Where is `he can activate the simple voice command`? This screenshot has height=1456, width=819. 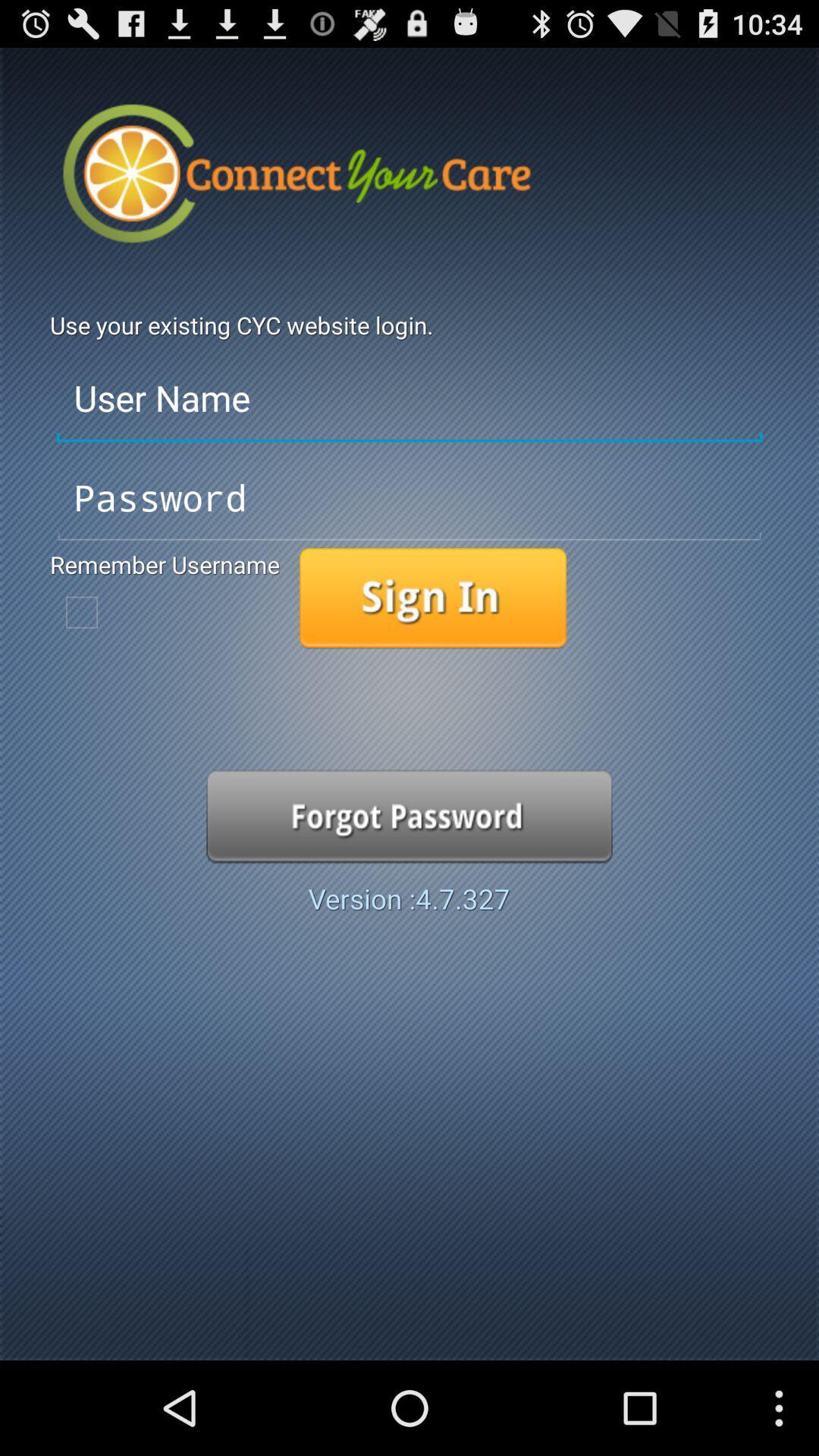 he can activate the simple voice command is located at coordinates (433, 598).